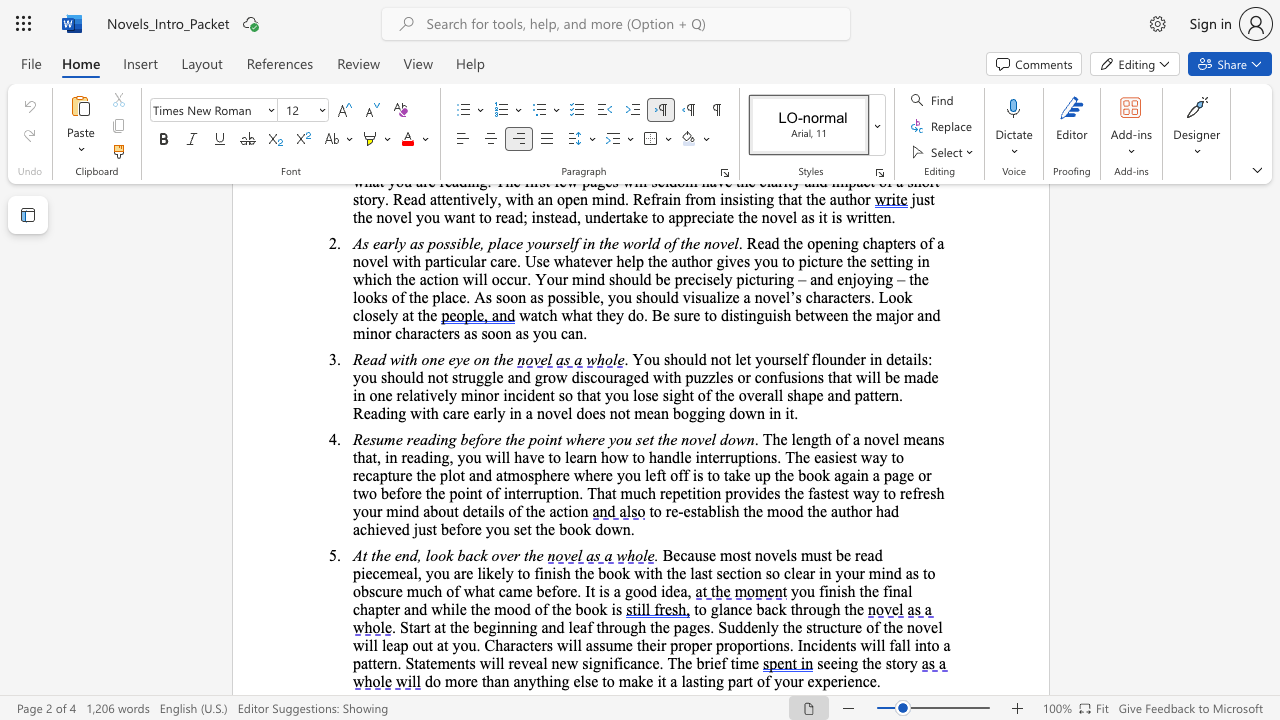 The height and width of the screenshot is (720, 1280). I want to click on the subset text "e fastest" within the text "the fastest way to refresh your mind about details of the action", so click(795, 493).